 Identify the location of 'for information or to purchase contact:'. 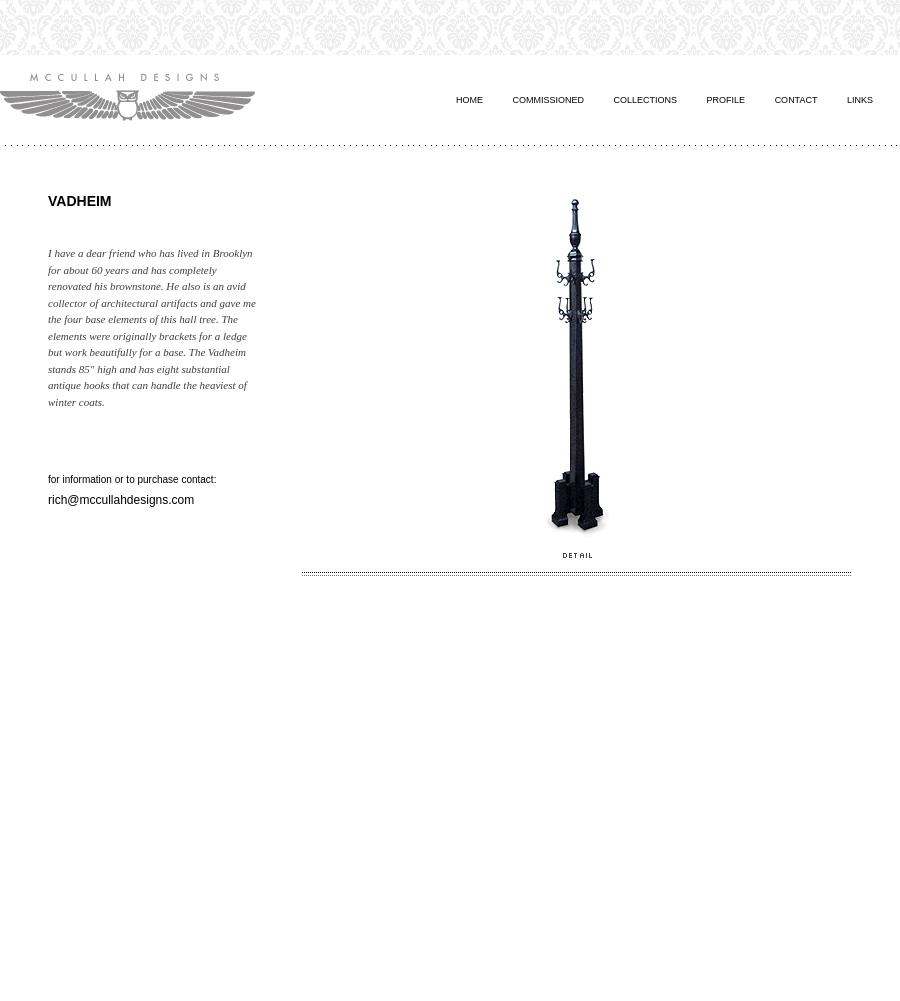
(132, 479).